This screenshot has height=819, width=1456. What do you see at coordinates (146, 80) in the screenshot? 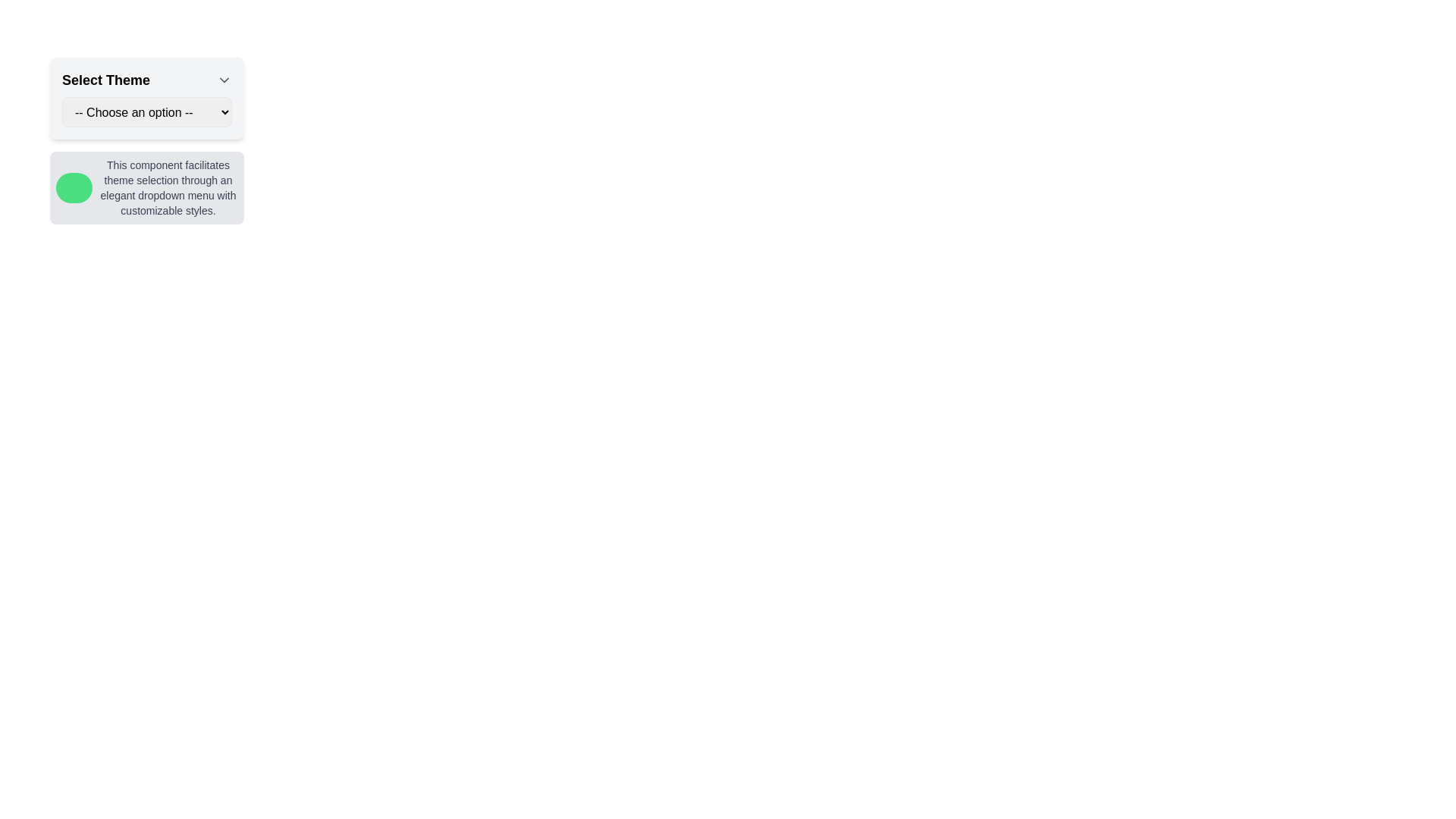
I see `the 'Select Theme' text label with a downward-pointing chevron icon, which suggests a dropdown menu` at bounding box center [146, 80].